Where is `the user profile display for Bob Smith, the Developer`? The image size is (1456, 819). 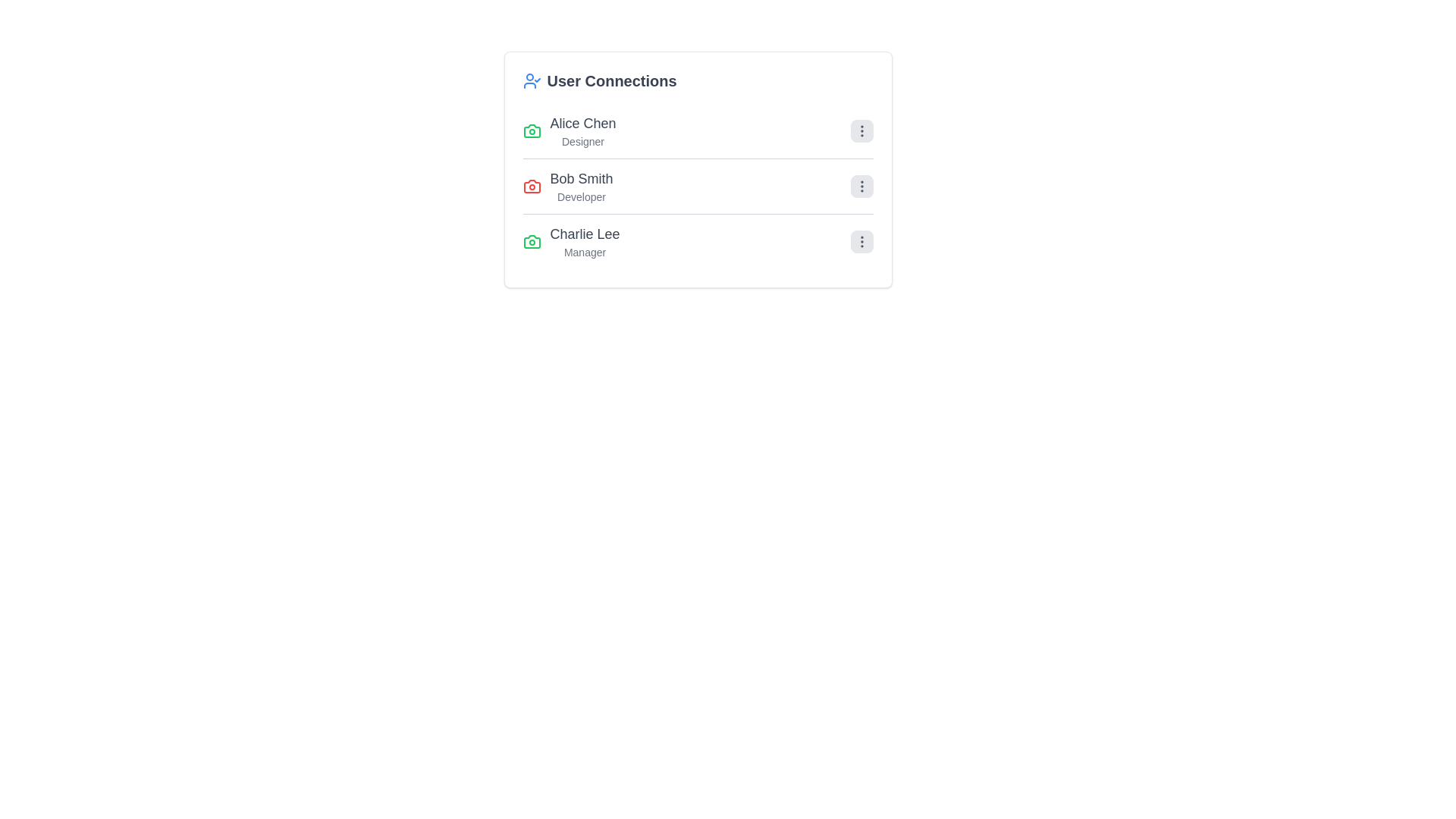 the user profile display for Bob Smith, the Developer is located at coordinates (566, 186).